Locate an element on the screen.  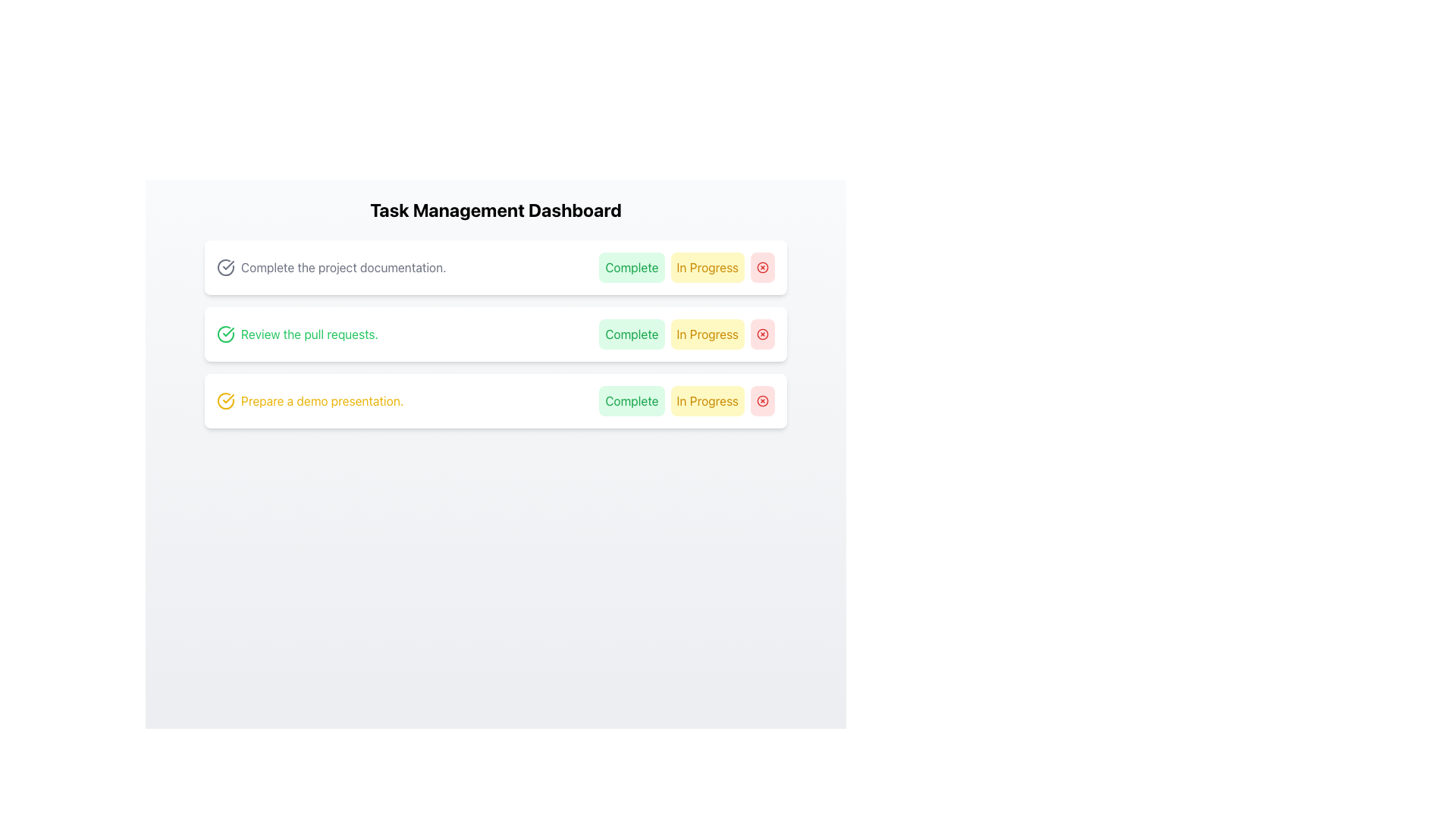
the graphical component representing the upper portion of a circular border in the checkmark icon next to the text 'Prepare a demo presentation.' is located at coordinates (224, 400).